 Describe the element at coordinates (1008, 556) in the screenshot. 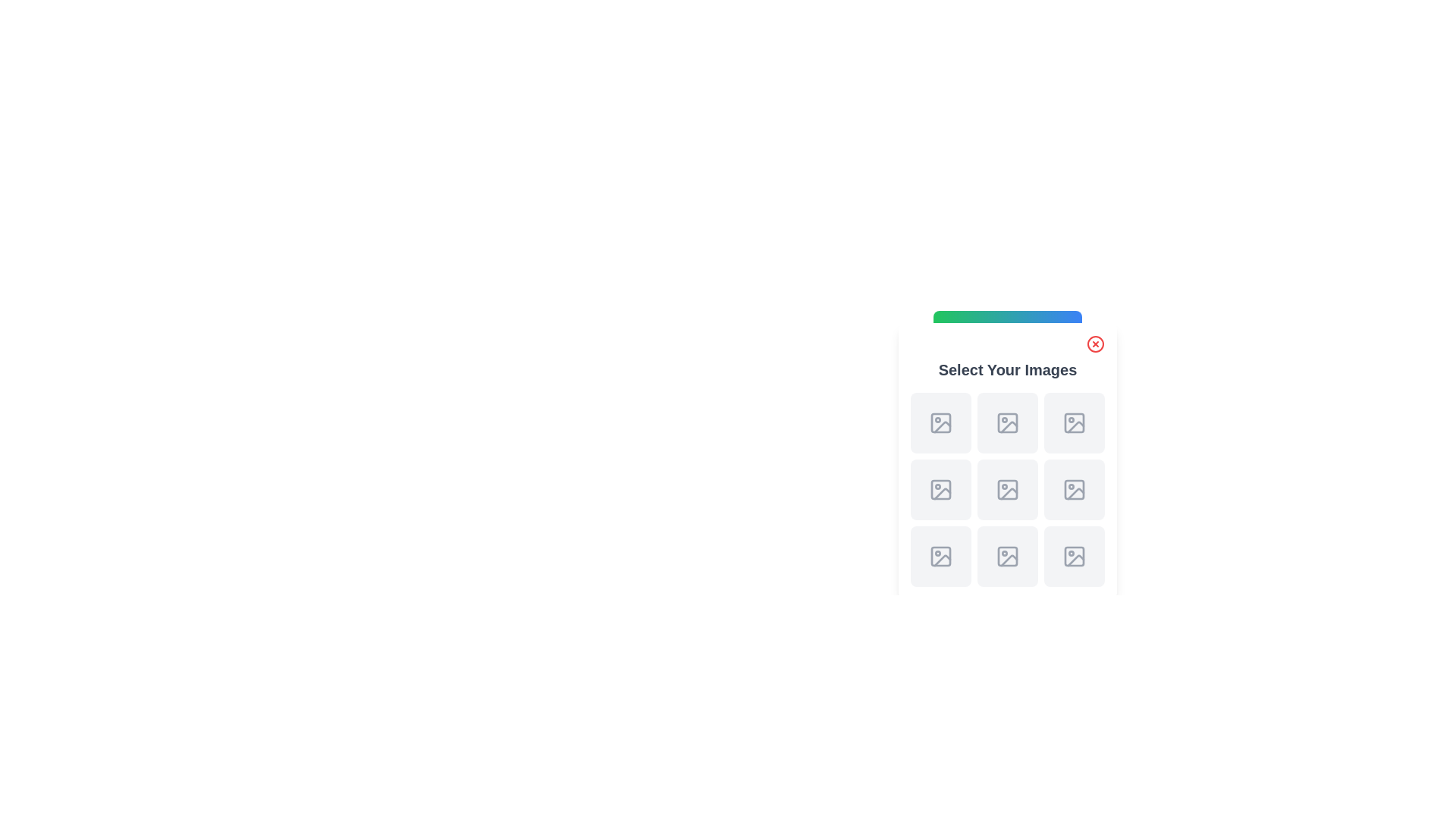

I see `the photo icon, which is a light gray square frame with circular and diagonal line accents, located at the bottom-center of a 3x3 grid layout` at that location.